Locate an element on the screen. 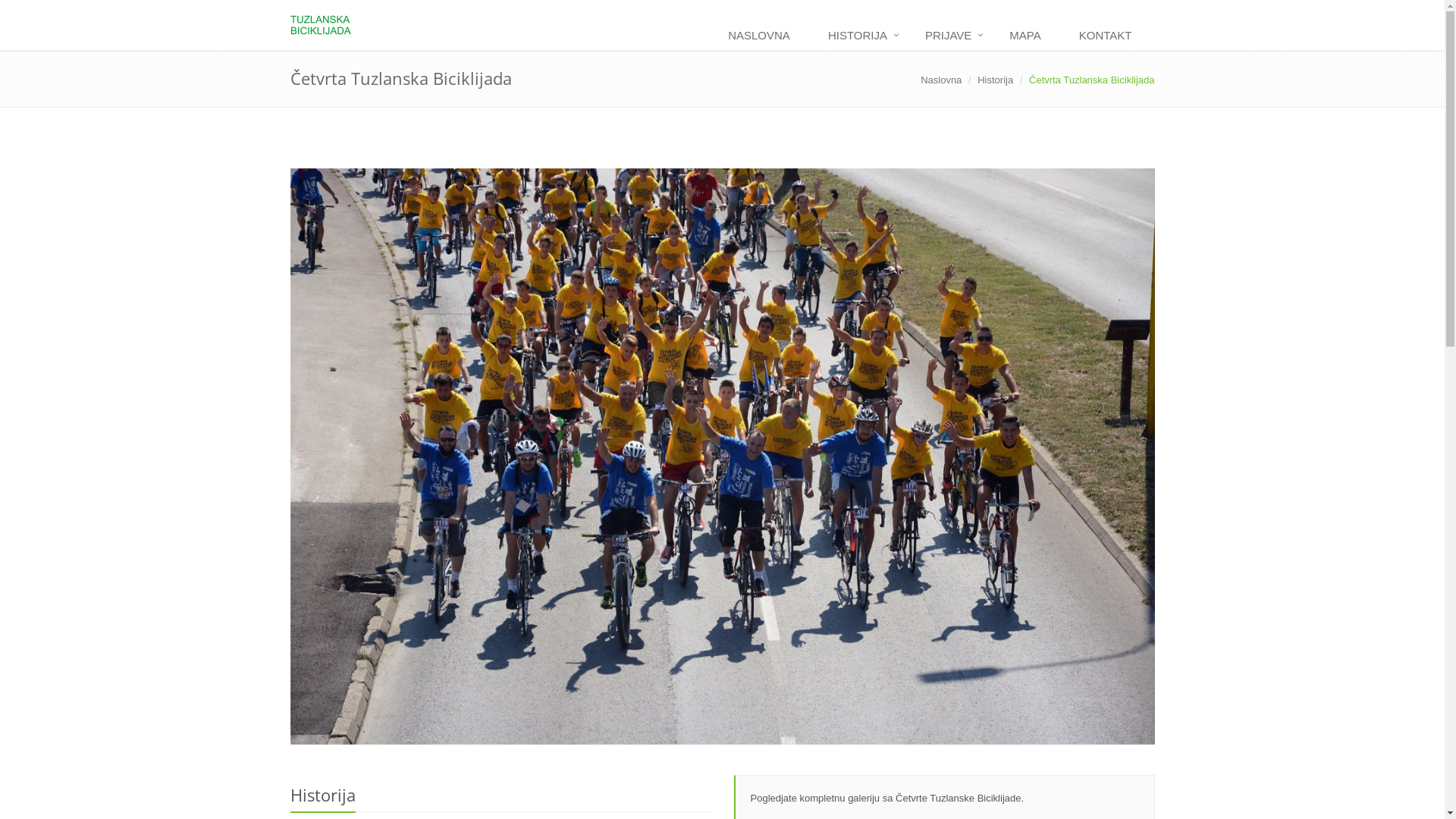 The width and height of the screenshot is (1456, 819). 'MAPA' is located at coordinates (1028, 35).